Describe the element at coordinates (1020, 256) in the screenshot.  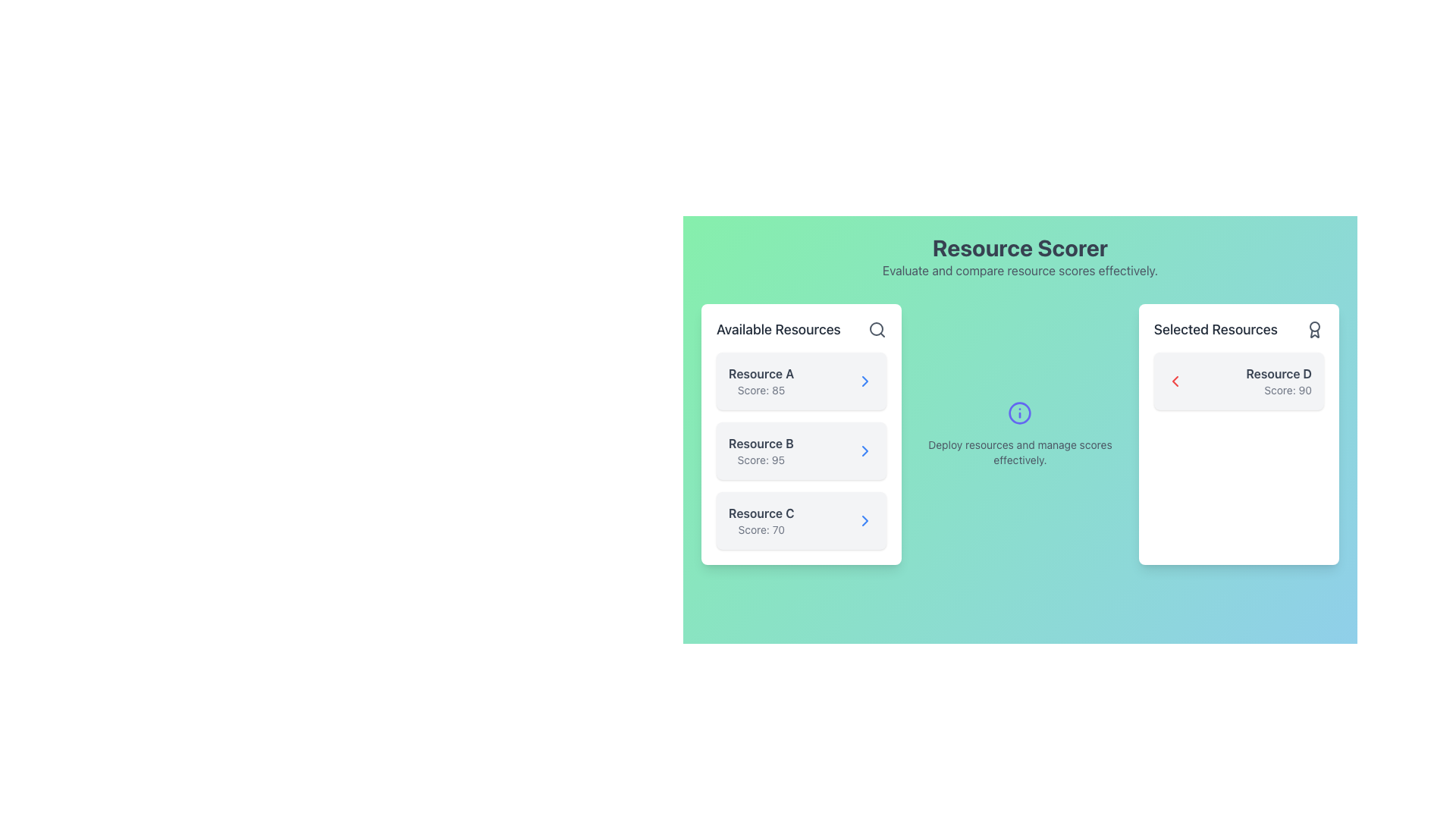
I see `the Header section titled 'Resource Scorer' with the subtitle 'Evaluate and compare resource scores effectively' to potentially reveal additional tooltips or interactions` at that location.